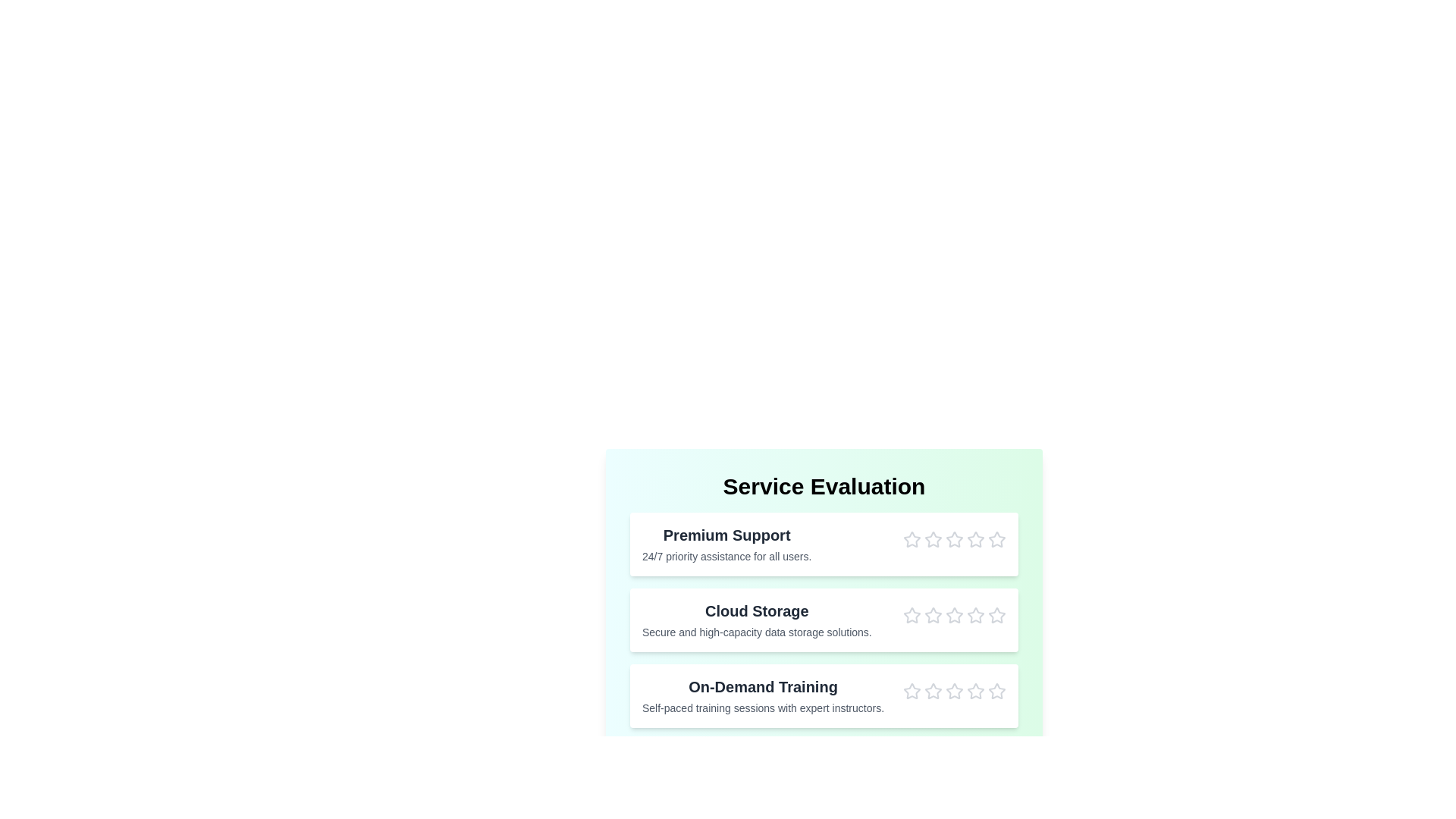 The image size is (1456, 819). What do you see at coordinates (953, 539) in the screenshot?
I see `the star corresponding to 3 stars for the Premium Support service` at bounding box center [953, 539].